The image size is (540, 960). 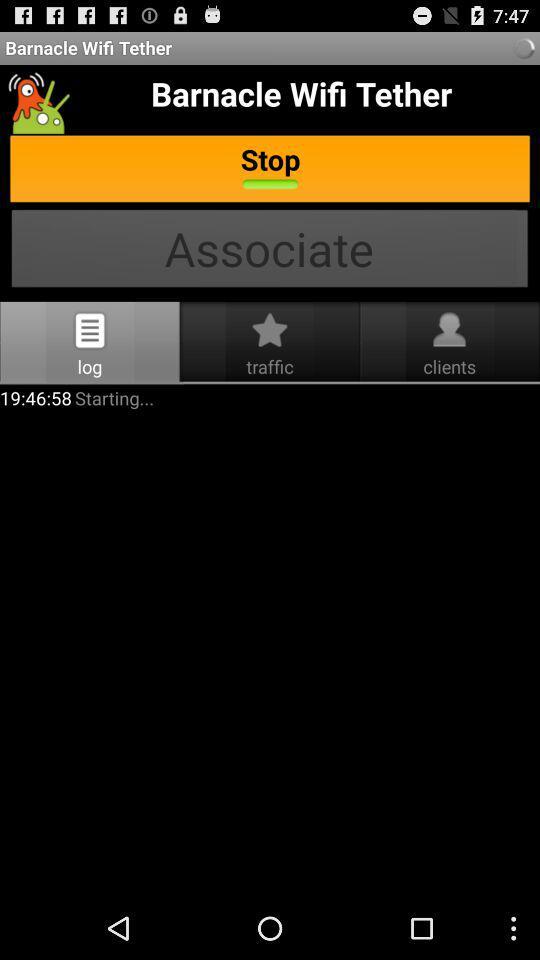 I want to click on item above associate button, so click(x=270, y=169).